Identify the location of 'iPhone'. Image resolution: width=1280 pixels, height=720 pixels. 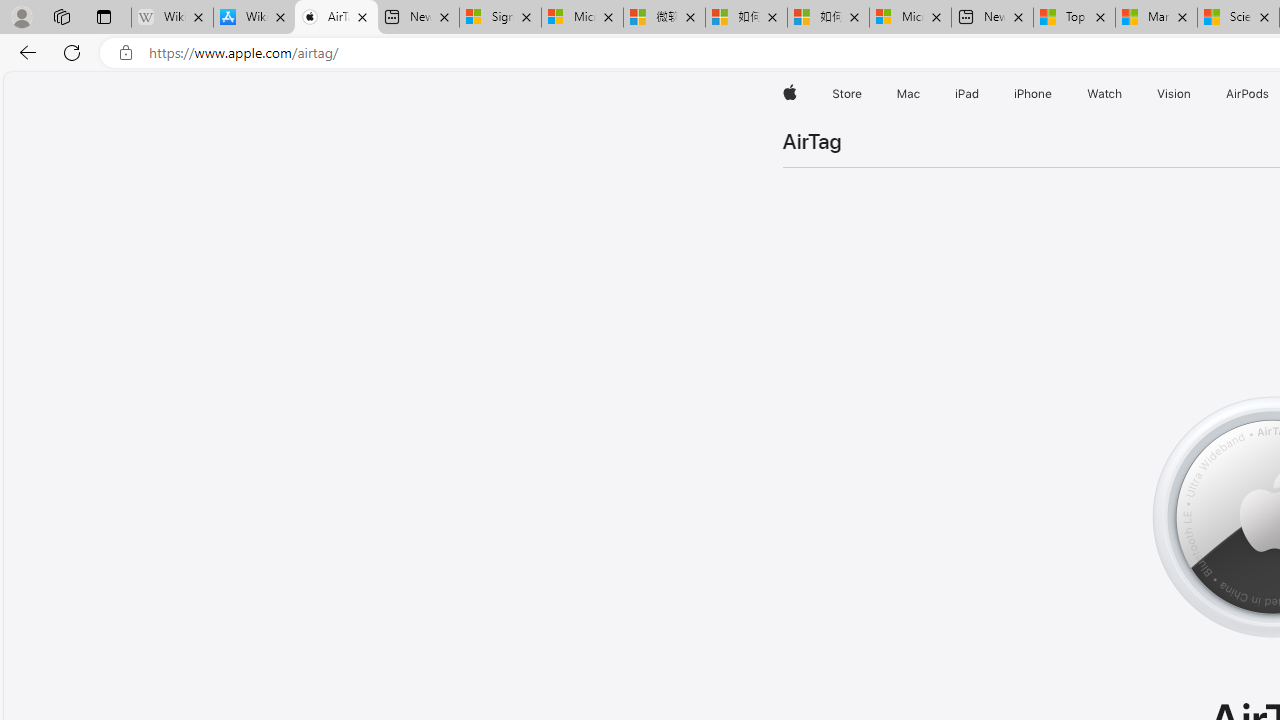
(1033, 93).